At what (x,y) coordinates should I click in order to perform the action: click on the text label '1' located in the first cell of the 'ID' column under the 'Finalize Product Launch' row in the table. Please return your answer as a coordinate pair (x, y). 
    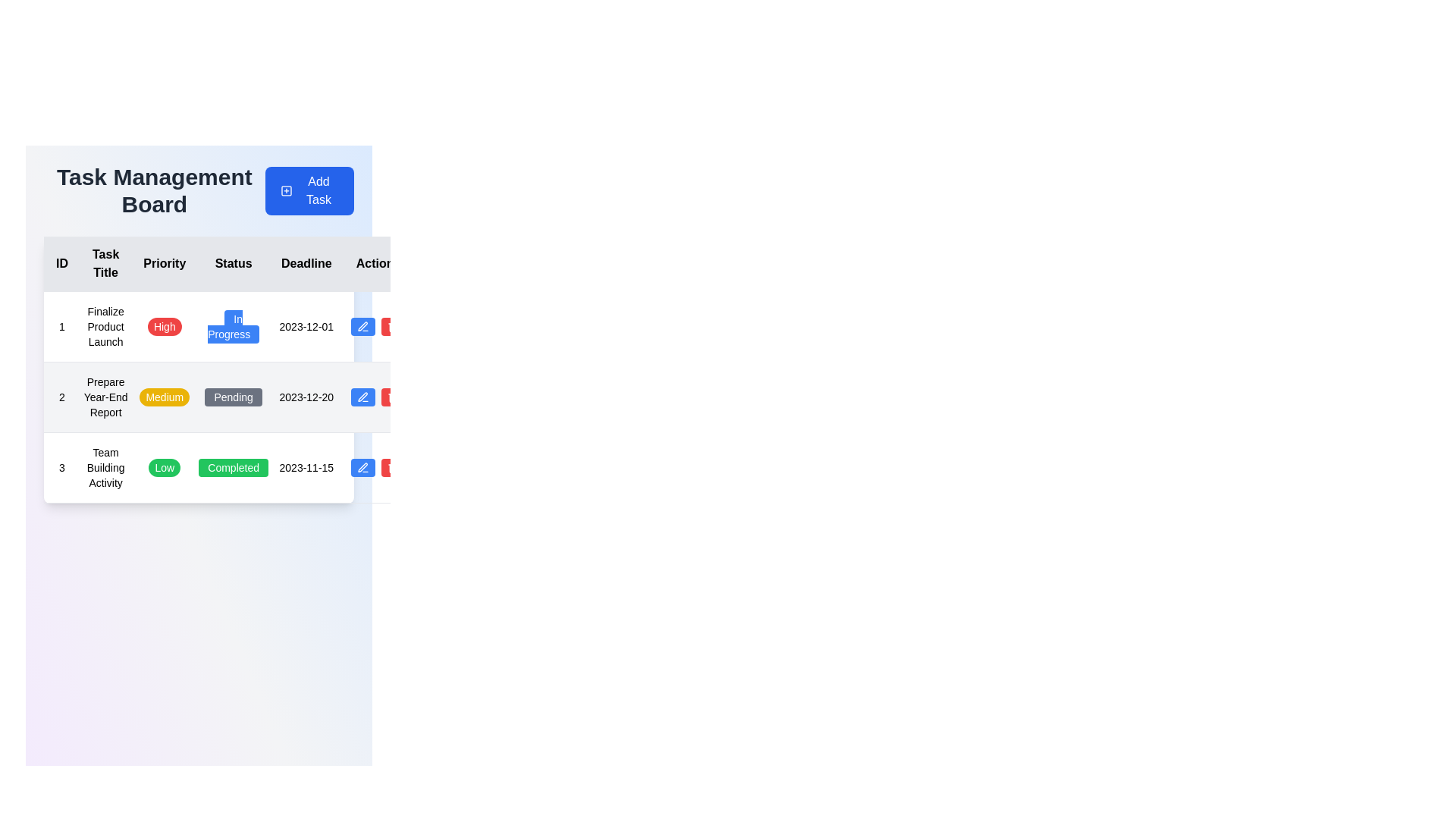
    Looking at the image, I should click on (61, 326).